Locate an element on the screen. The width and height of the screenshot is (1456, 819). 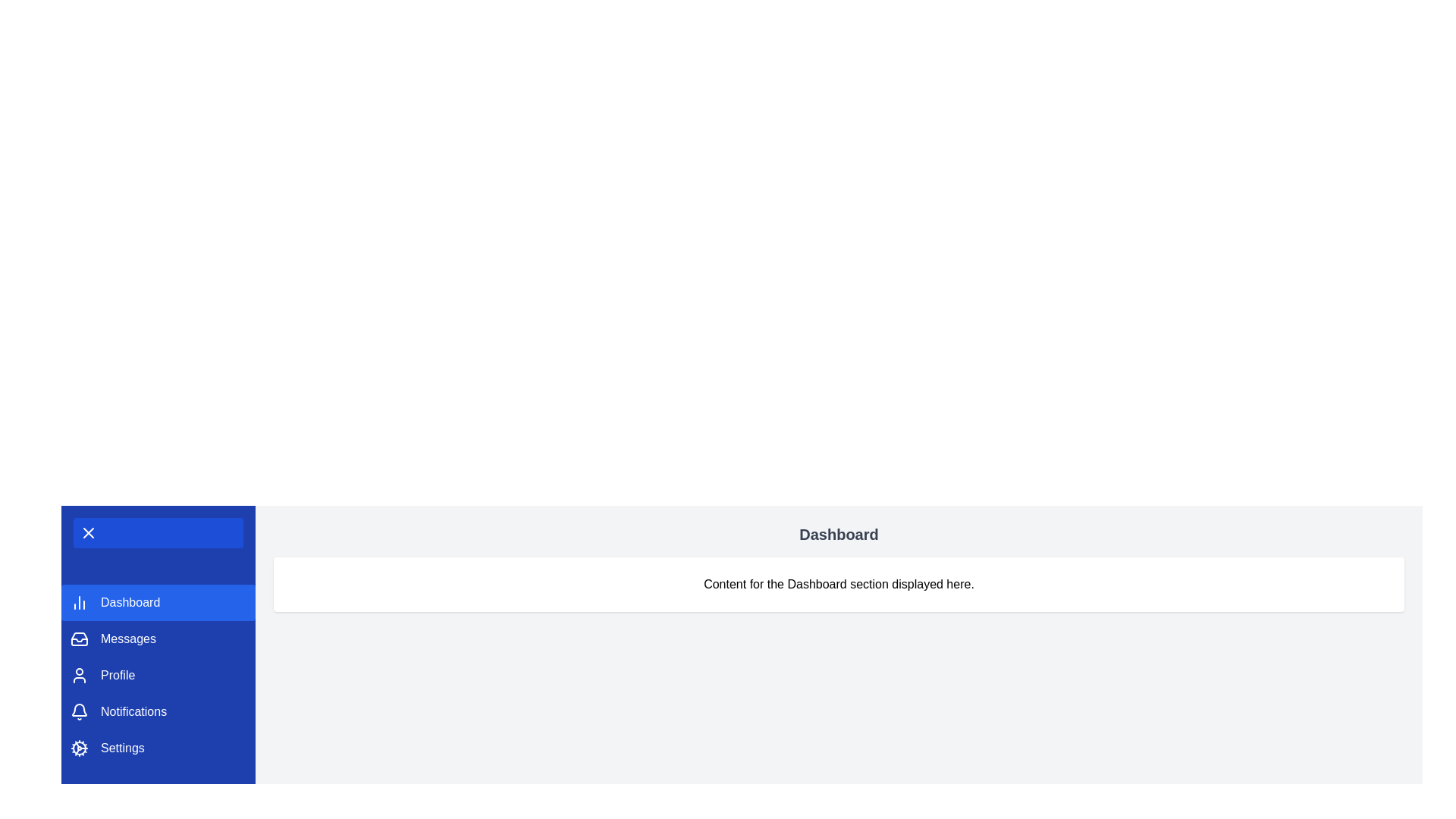
the user icon representing the 'Profile' option in the vertical navigation menu, located in the third list item is located at coordinates (79, 675).